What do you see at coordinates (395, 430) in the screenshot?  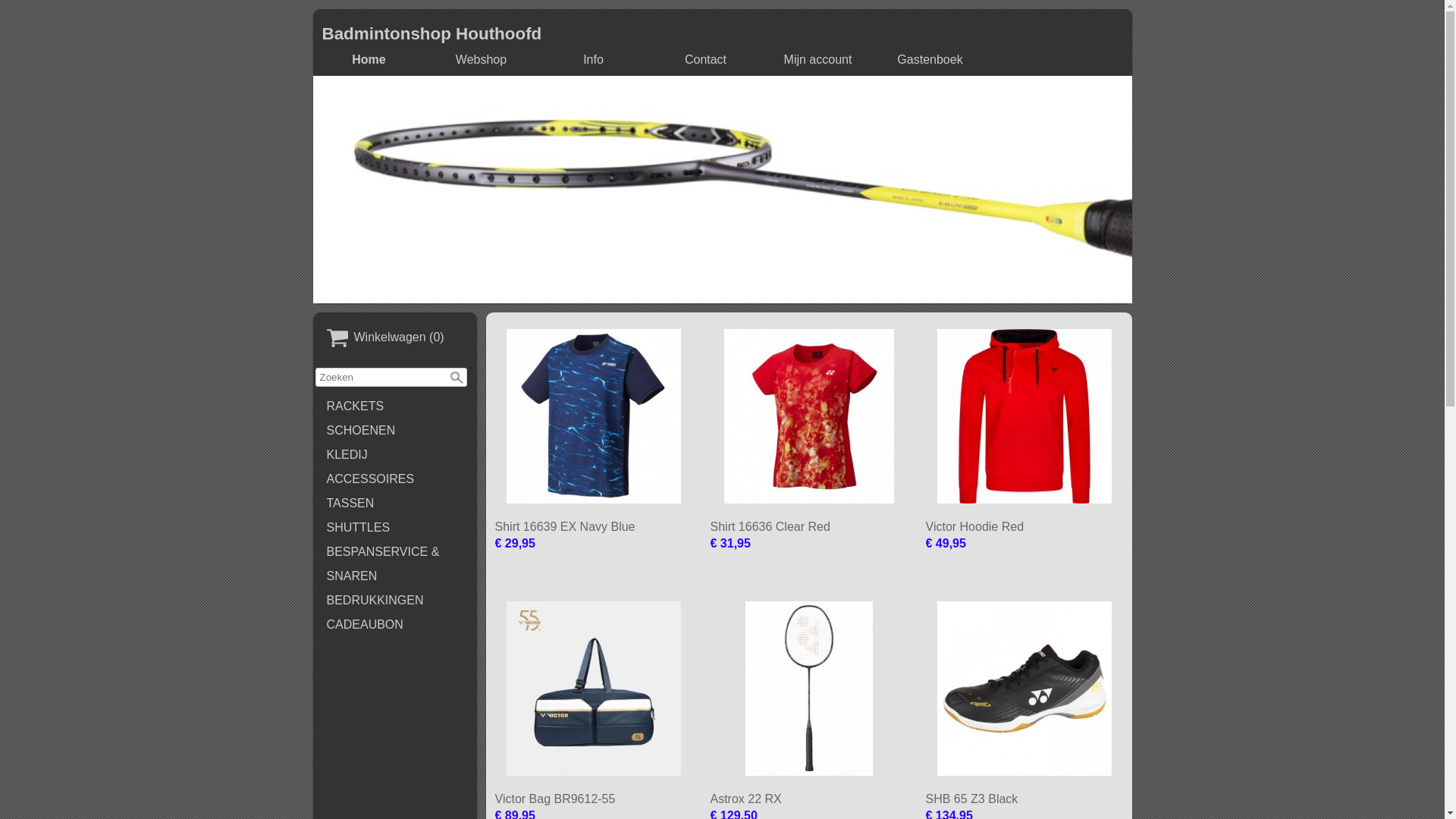 I see `'SCHOENEN'` at bounding box center [395, 430].